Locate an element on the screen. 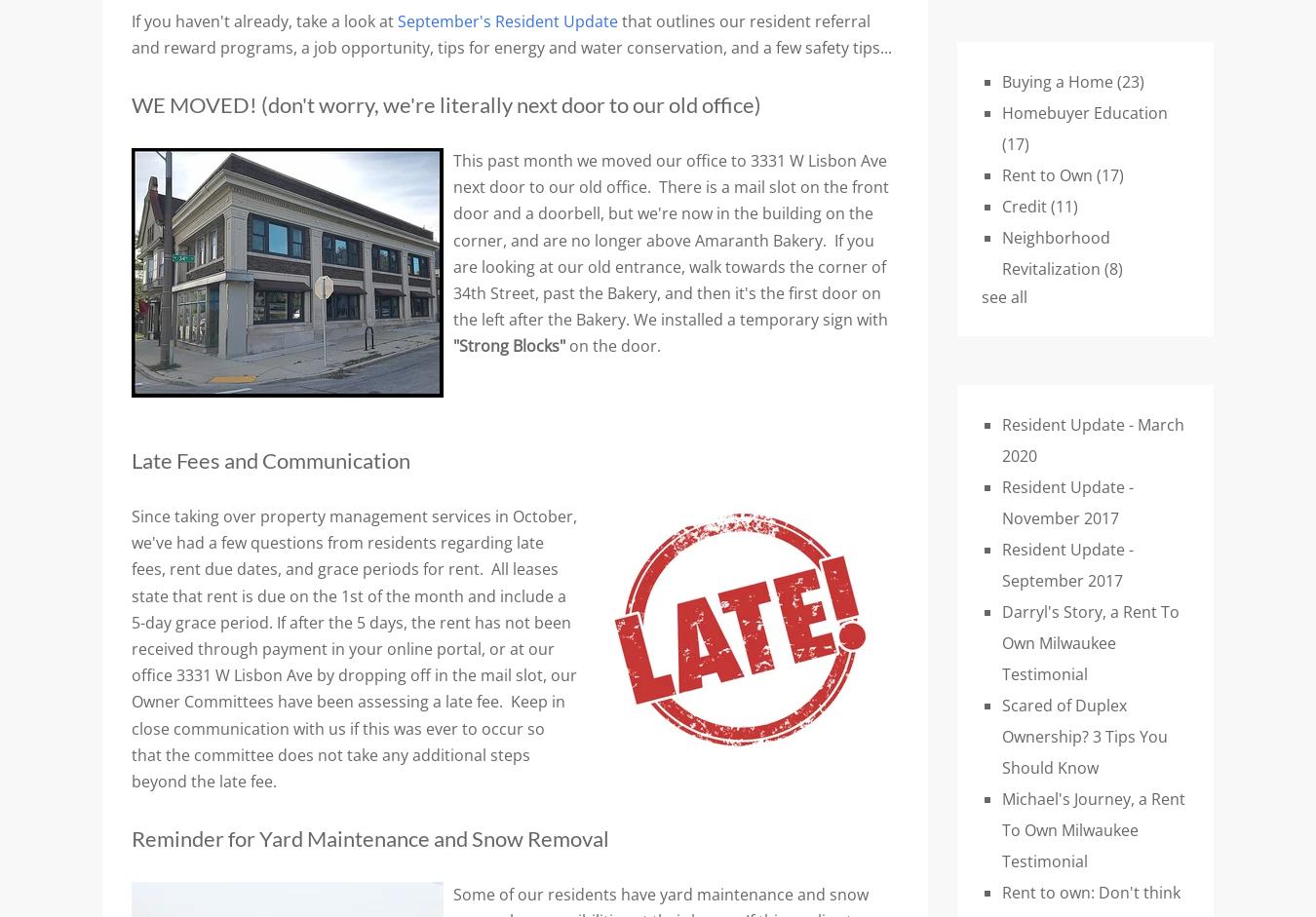 Image resolution: width=1316 pixels, height=917 pixels. 'Darryl's Story, a Rent To Own Milwaukee Testimonial' is located at coordinates (1091, 640).